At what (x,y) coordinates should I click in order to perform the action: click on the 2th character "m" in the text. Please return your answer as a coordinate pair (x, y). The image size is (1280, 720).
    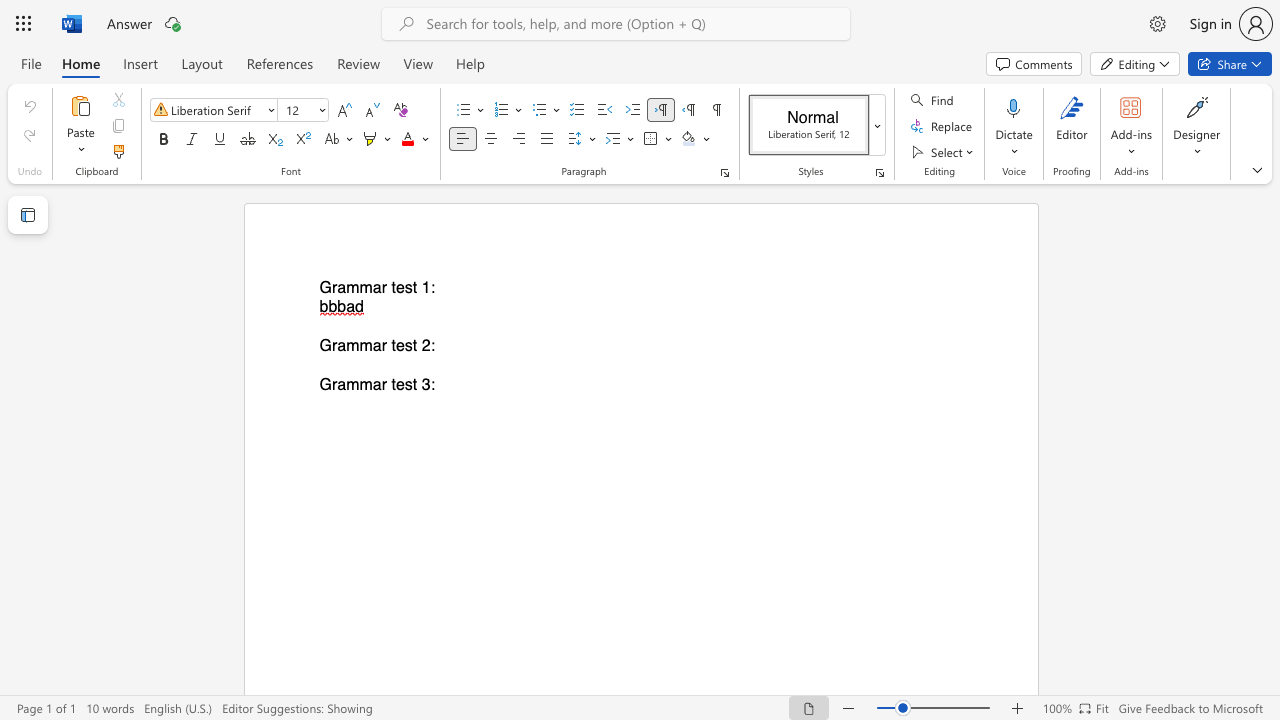
    Looking at the image, I should click on (366, 385).